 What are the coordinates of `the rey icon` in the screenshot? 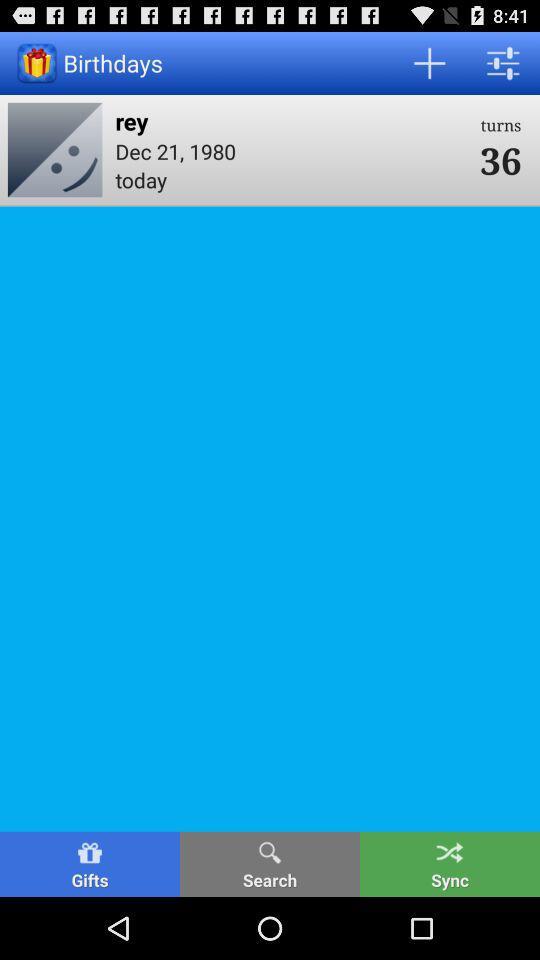 It's located at (290, 120).